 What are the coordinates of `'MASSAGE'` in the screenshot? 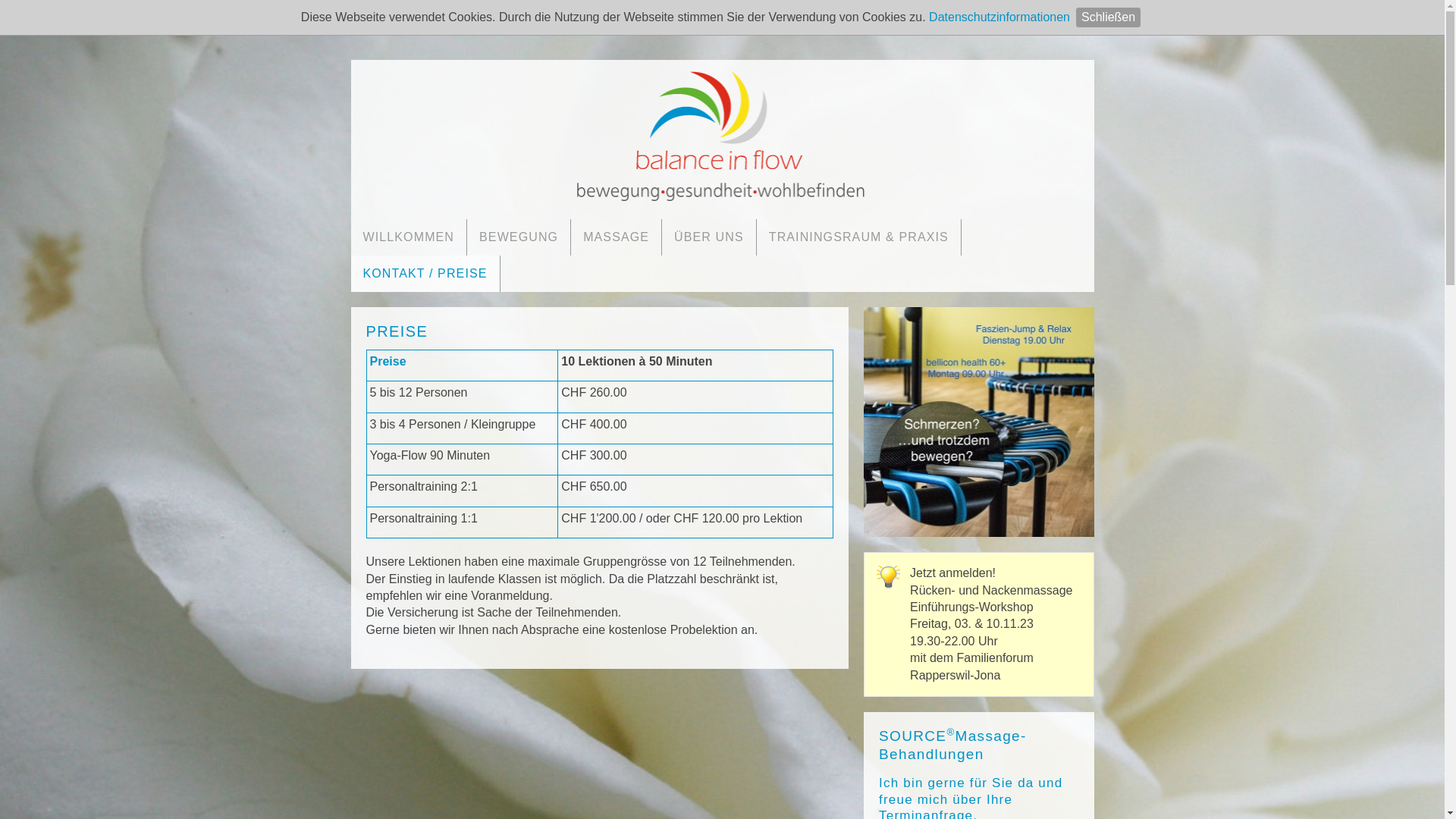 It's located at (616, 237).